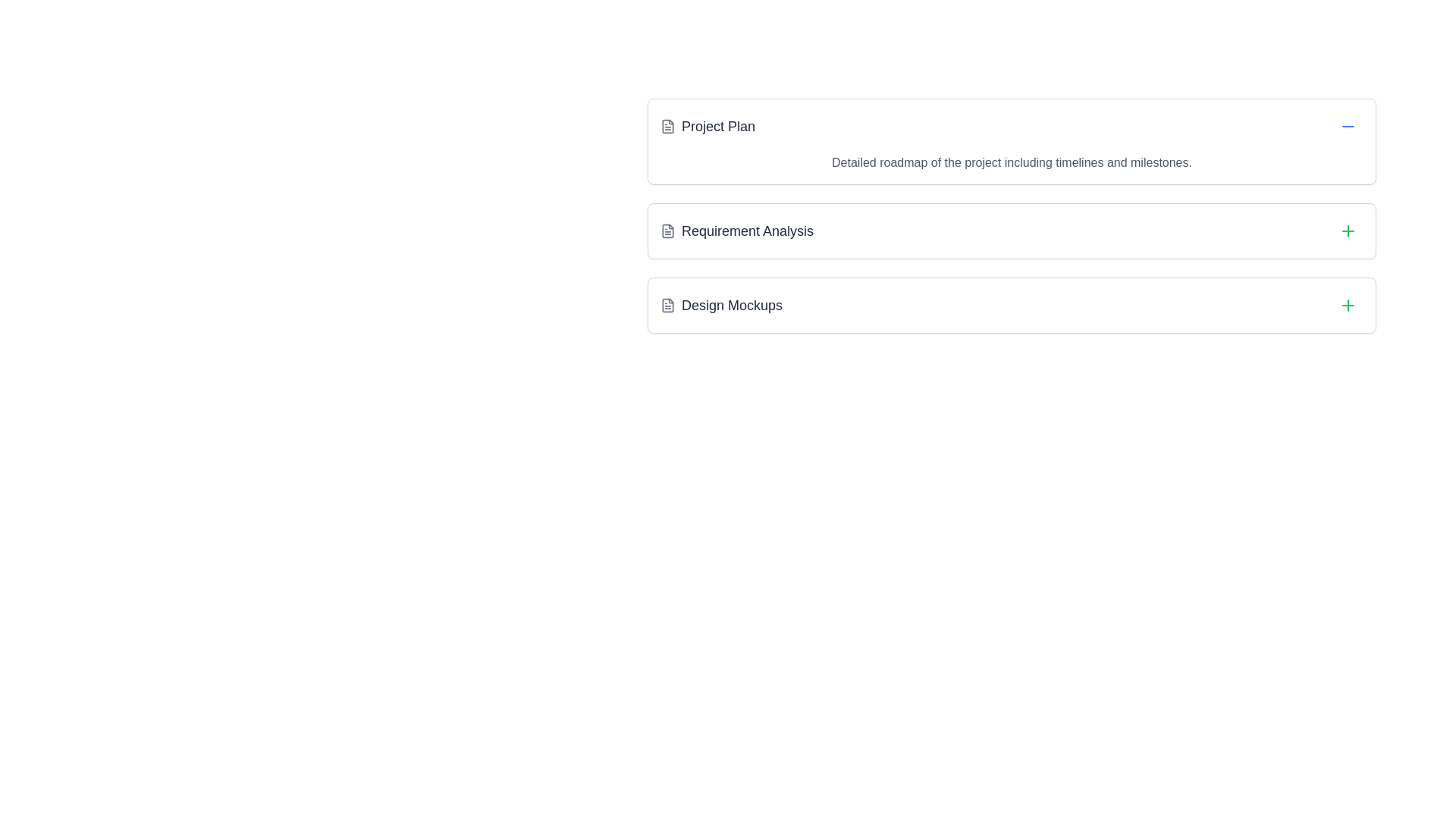  I want to click on the 'Requirement Analysis' item in the list, so click(737, 231).